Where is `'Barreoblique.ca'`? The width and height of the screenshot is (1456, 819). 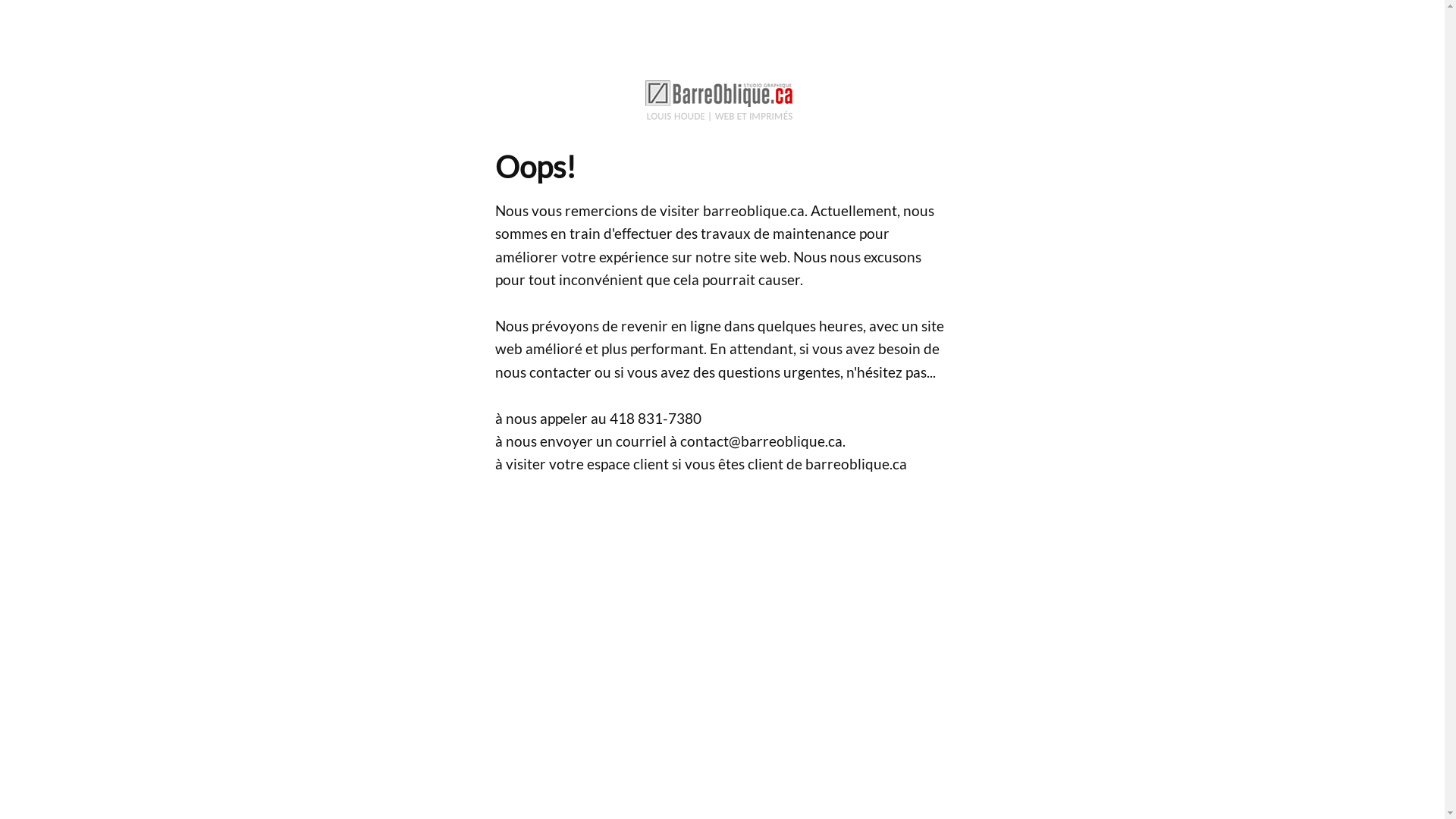
'Barreoblique.ca' is located at coordinates (721, 97).